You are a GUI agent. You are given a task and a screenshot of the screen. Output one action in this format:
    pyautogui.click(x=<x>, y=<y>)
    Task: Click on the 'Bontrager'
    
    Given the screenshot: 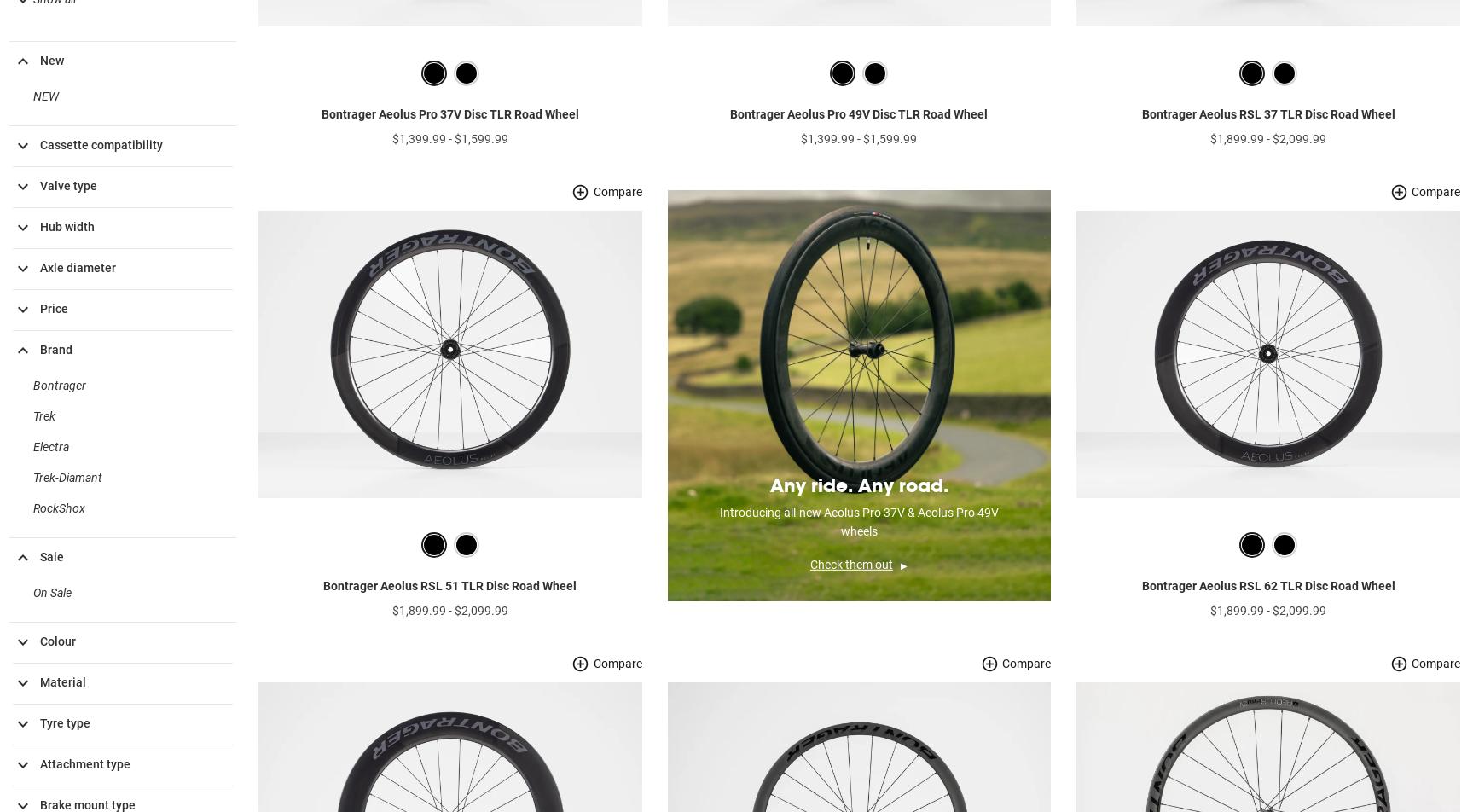 What is the action you would take?
    pyautogui.click(x=33, y=412)
    